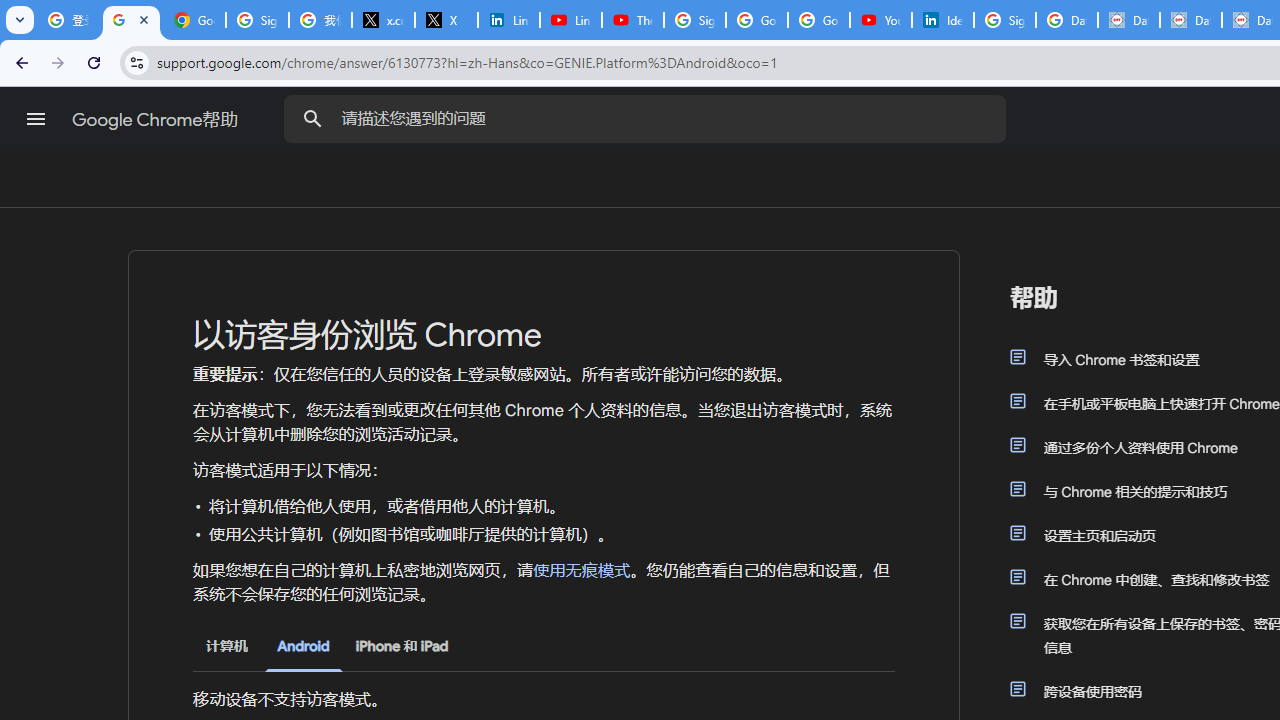  I want to click on 'Identity verification via Persona | LinkedIn Help', so click(941, 20).